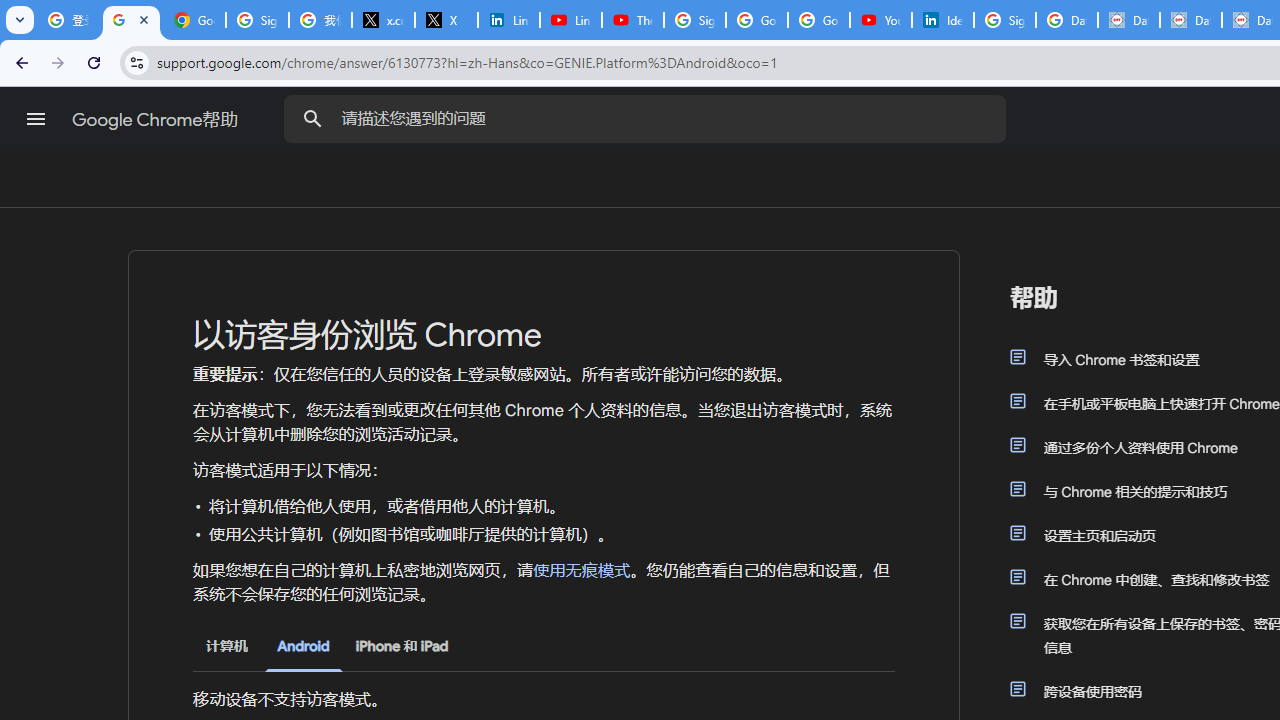  I want to click on 'Identity verification via Persona | LinkedIn Help', so click(941, 20).